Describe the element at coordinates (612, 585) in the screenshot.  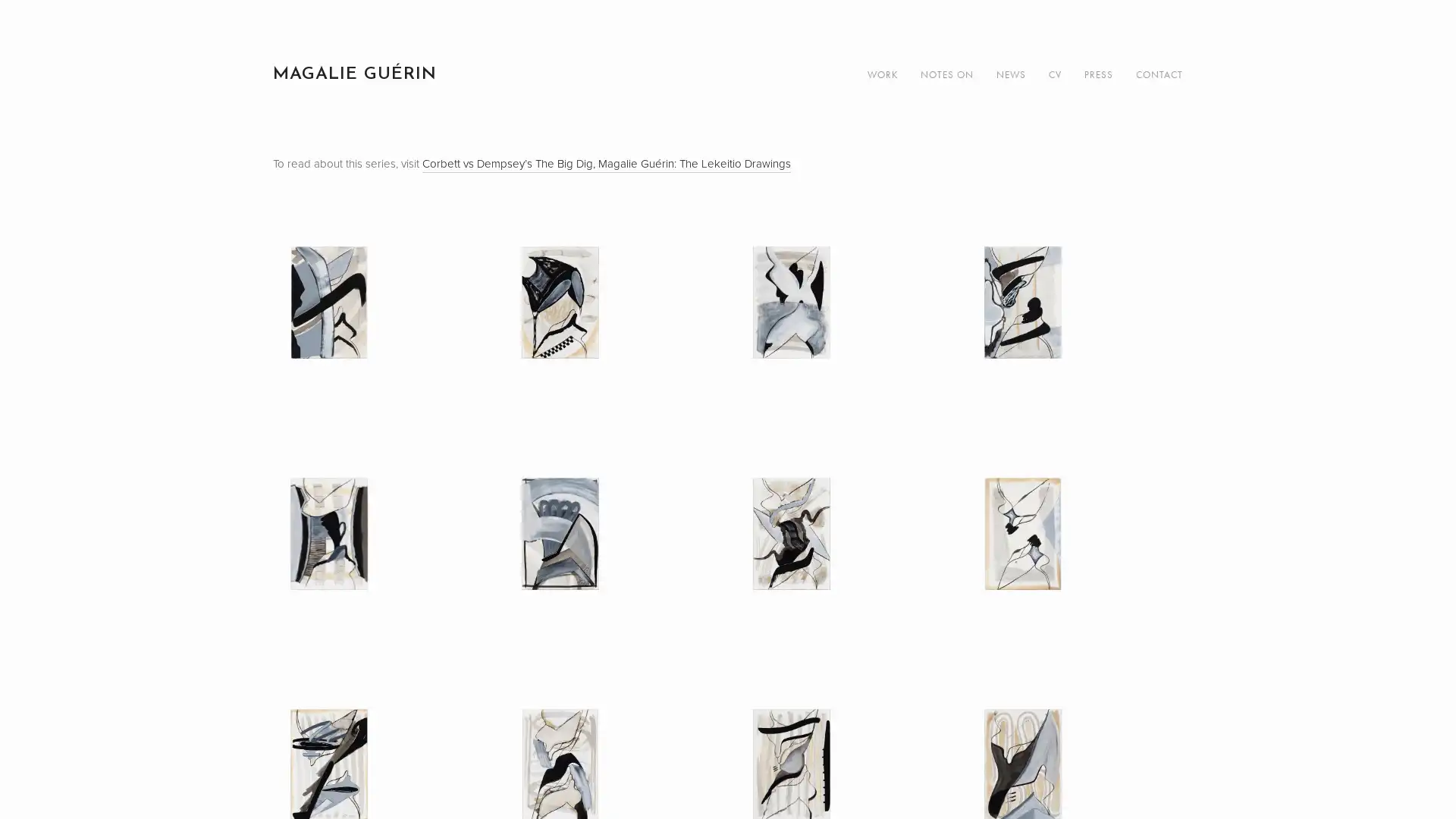
I see `View fullsize Untitled (LK 06), 2019` at that location.